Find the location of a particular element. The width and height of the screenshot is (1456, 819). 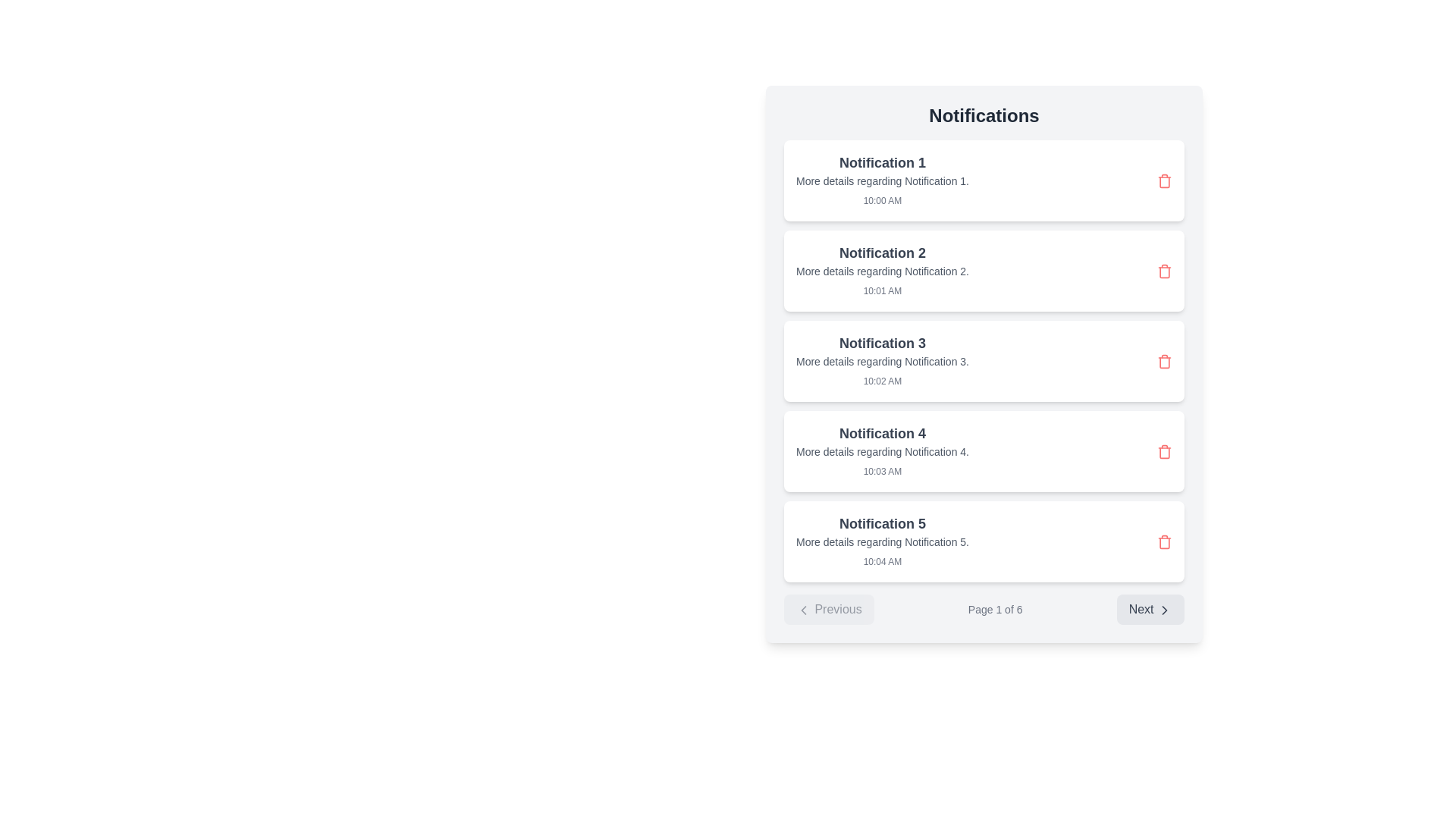

the 'Next' button with a light gray background and dark gray text located at the bottom-right corner of the interface is located at coordinates (1150, 608).